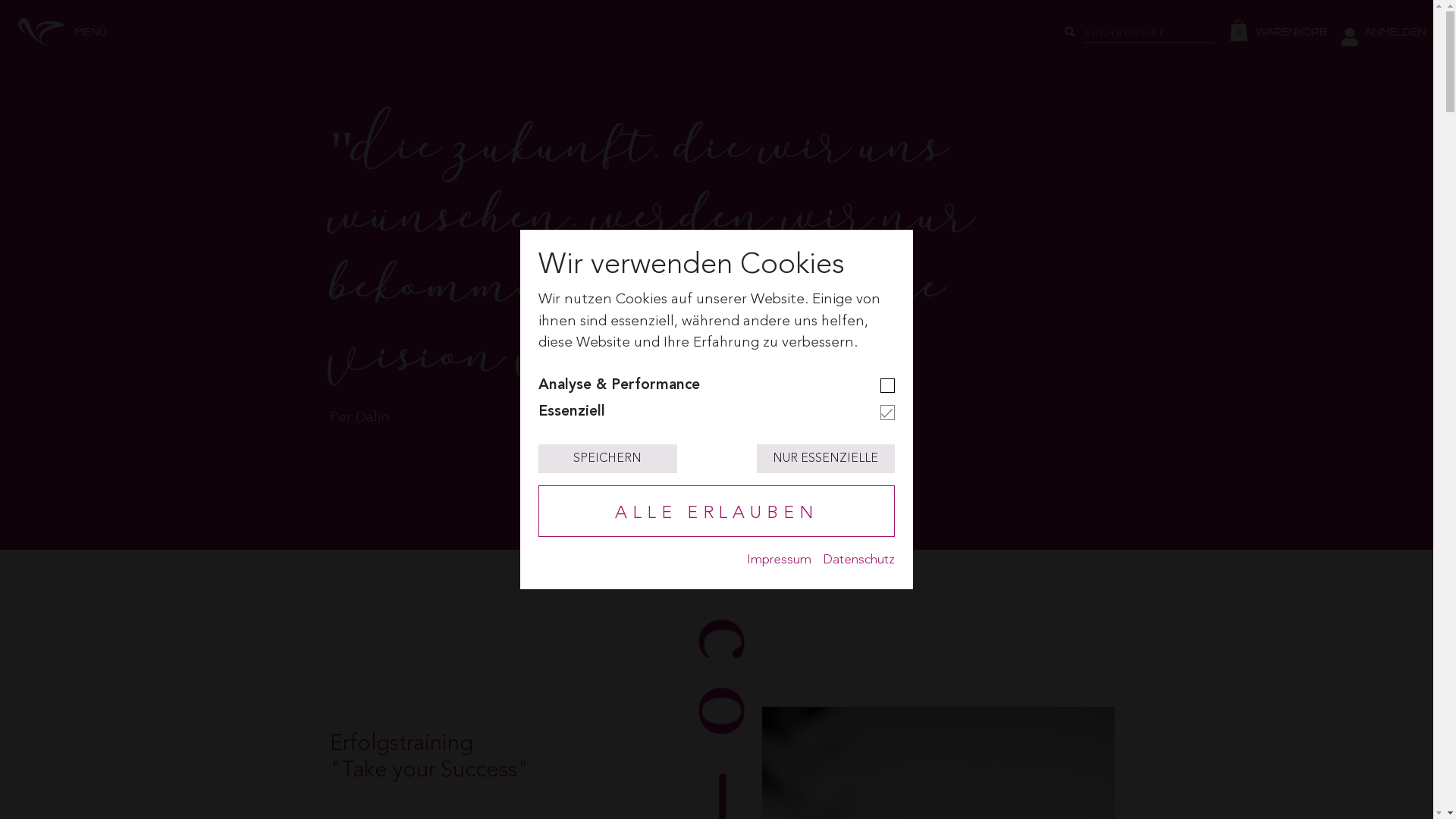 The height and width of the screenshot is (819, 1456). What do you see at coordinates (1383, 32) in the screenshot?
I see `'ANMELDEN'` at bounding box center [1383, 32].